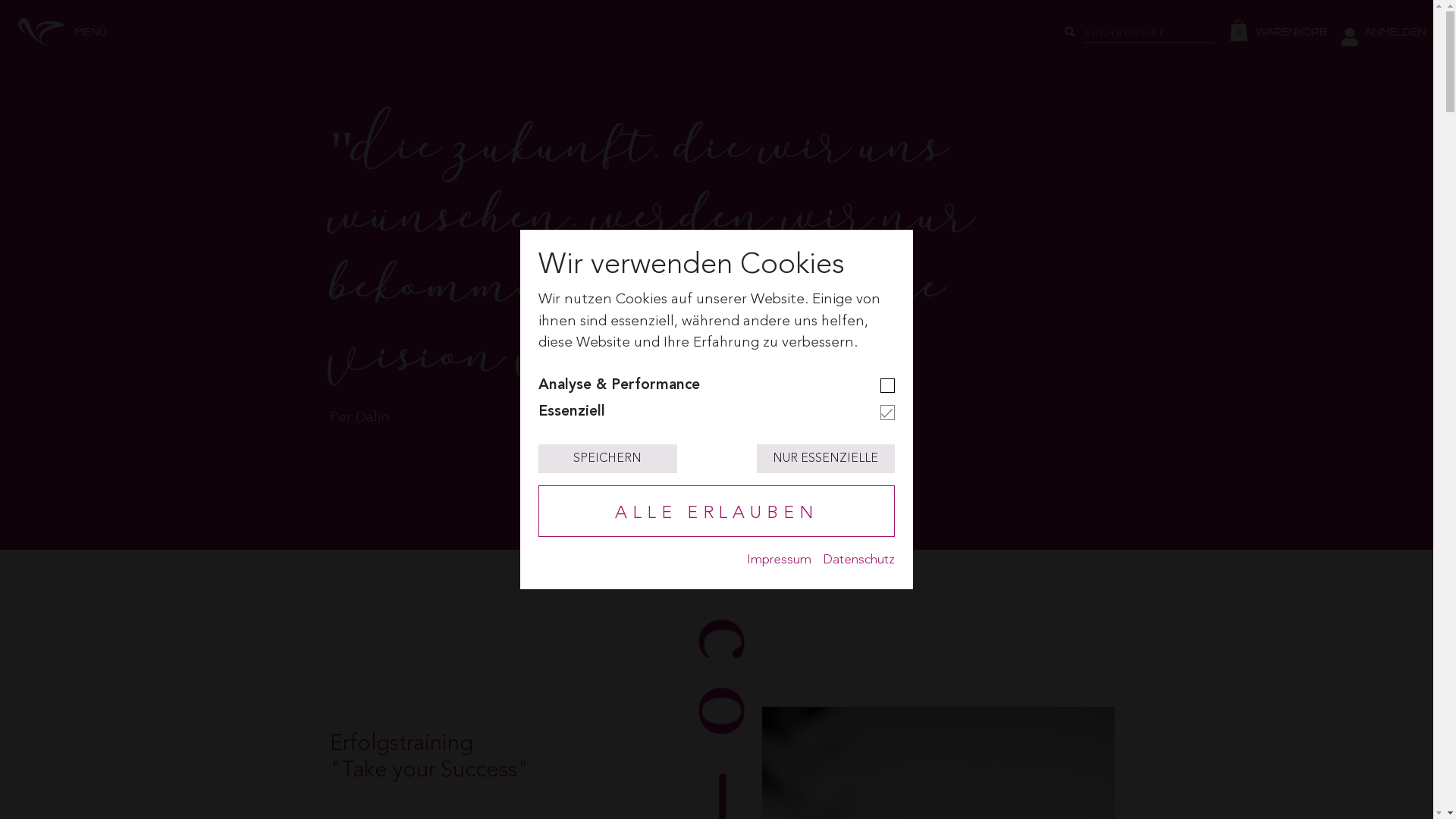 The height and width of the screenshot is (819, 1456). What do you see at coordinates (1383, 32) in the screenshot?
I see `'ANMELDEN'` at bounding box center [1383, 32].